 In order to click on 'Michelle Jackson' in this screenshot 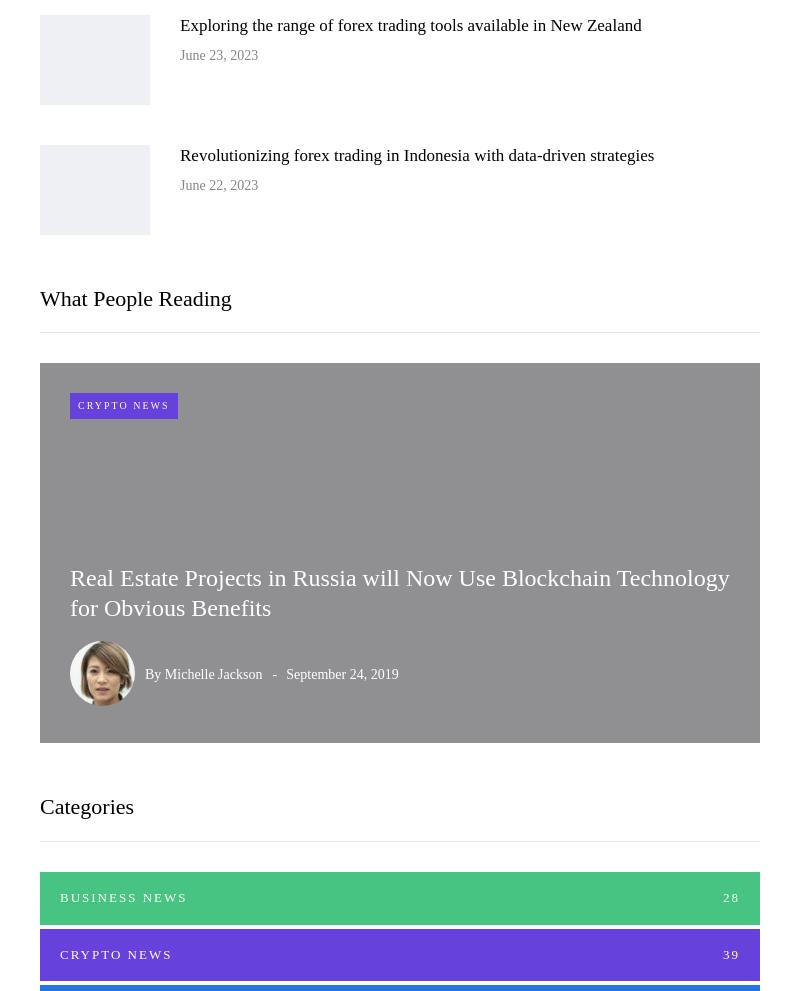, I will do `click(212, 673)`.